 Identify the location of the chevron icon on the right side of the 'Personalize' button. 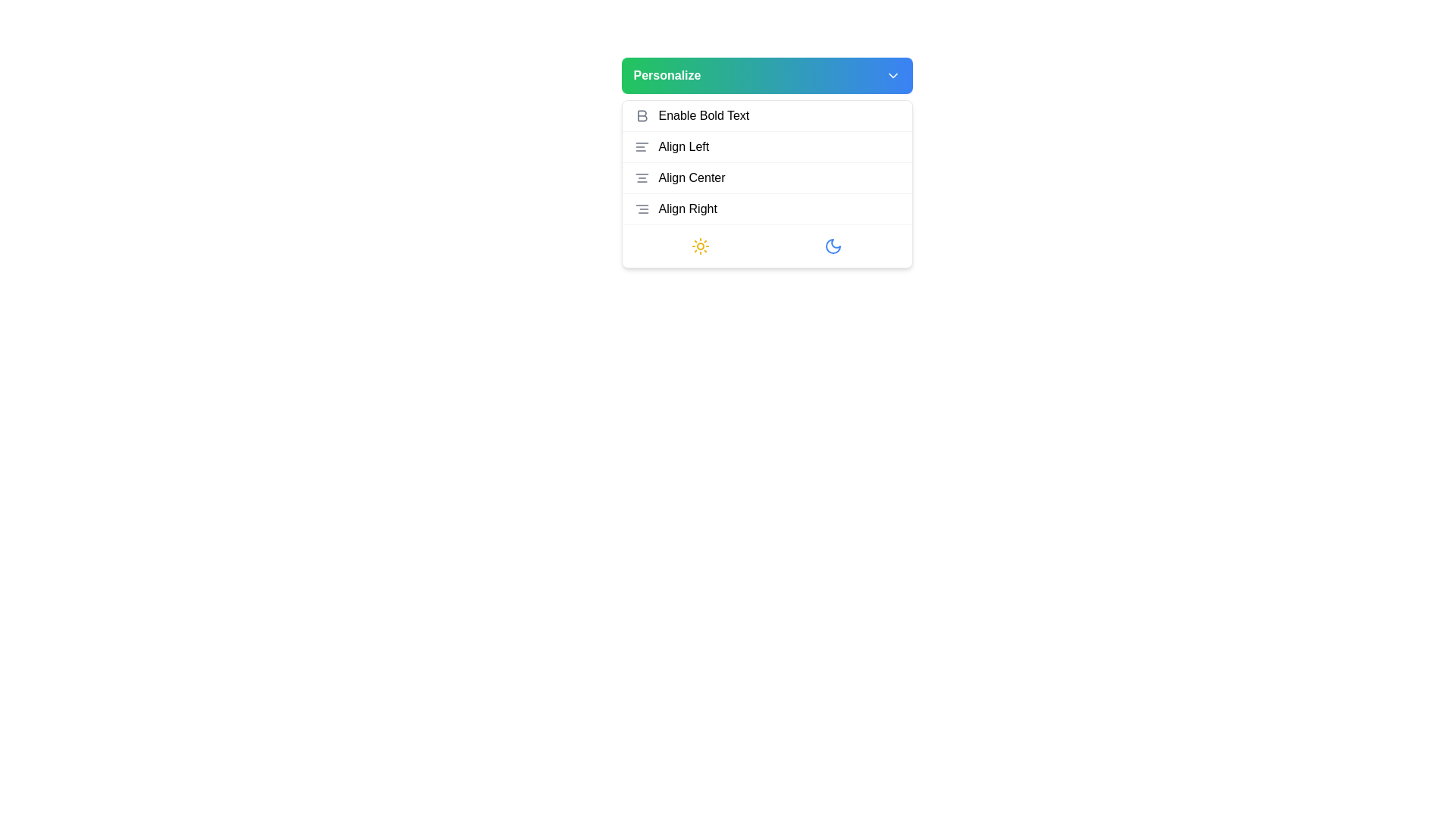
(893, 76).